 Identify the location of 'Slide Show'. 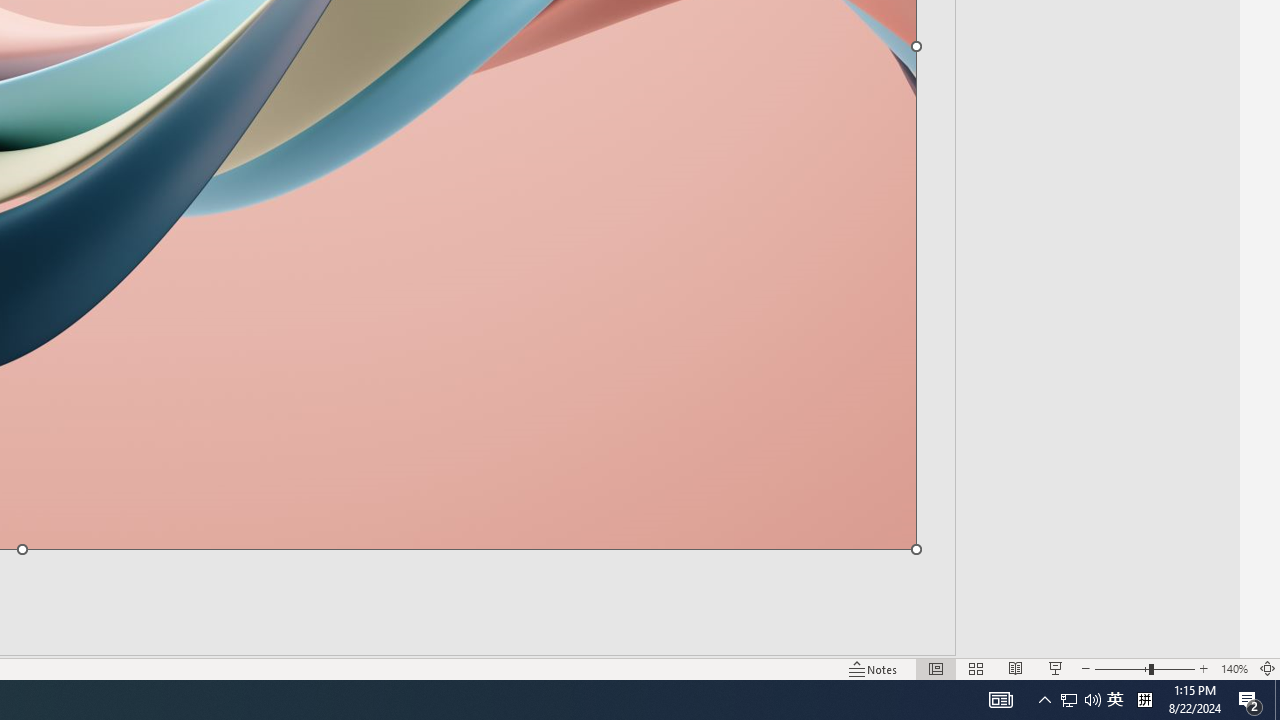
(1055, 669).